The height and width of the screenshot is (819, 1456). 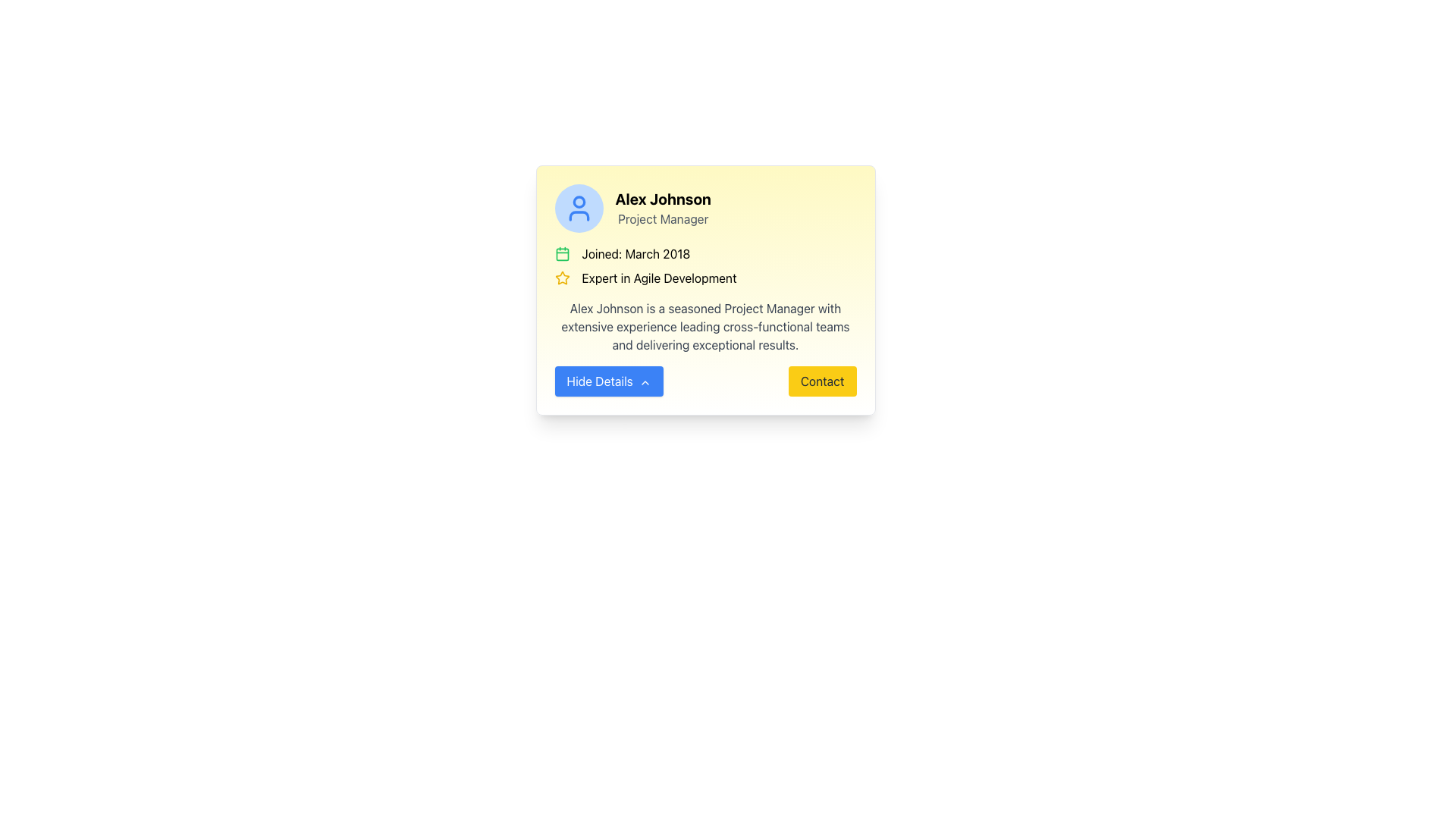 What do you see at coordinates (561, 278) in the screenshot?
I see `the star icon indicating 'Expert in Agile Development' located to the left of the corresponding text in the user detail card` at bounding box center [561, 278].